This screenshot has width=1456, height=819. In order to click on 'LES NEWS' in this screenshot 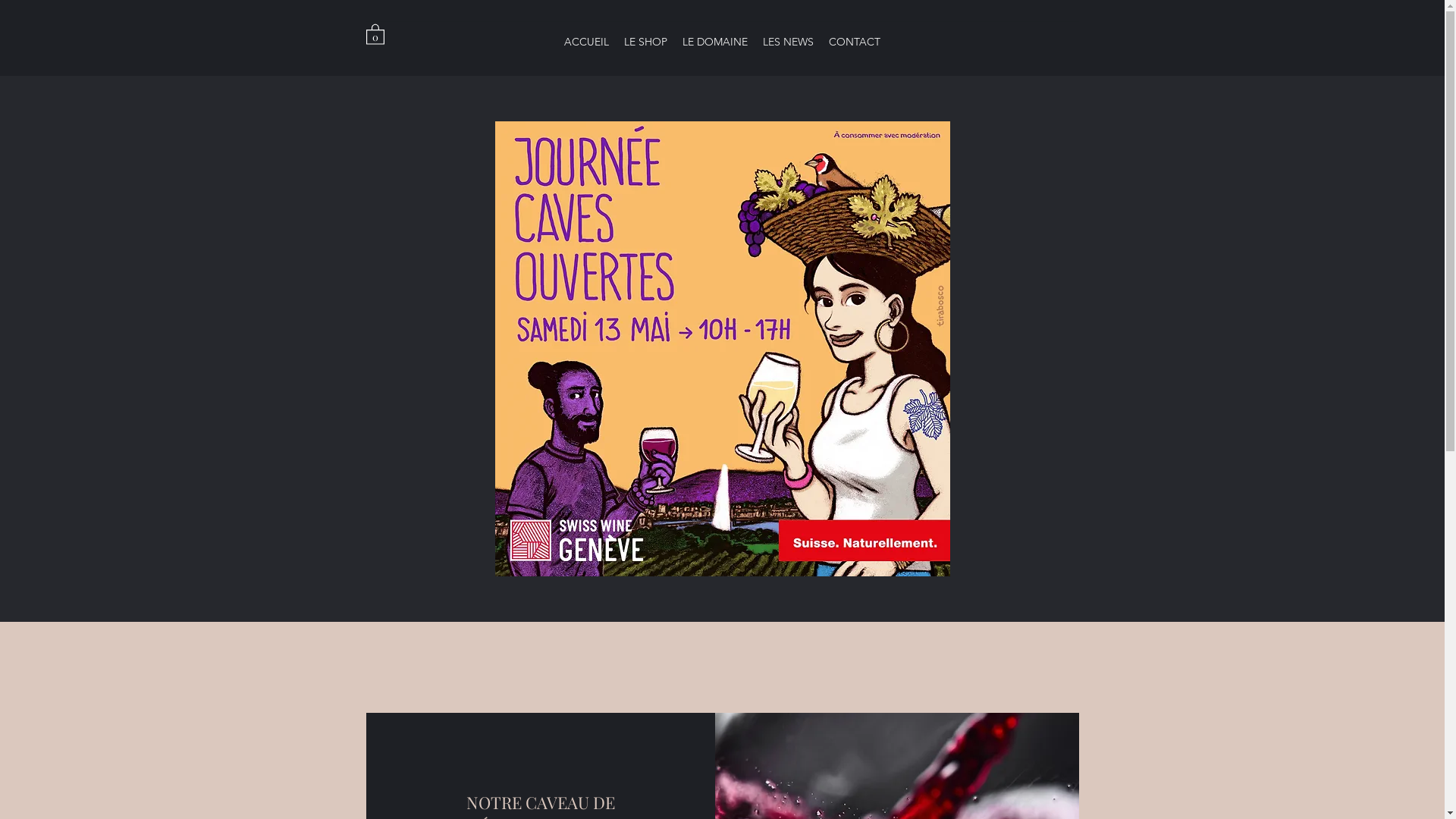, I will do `click(788, 40)`.